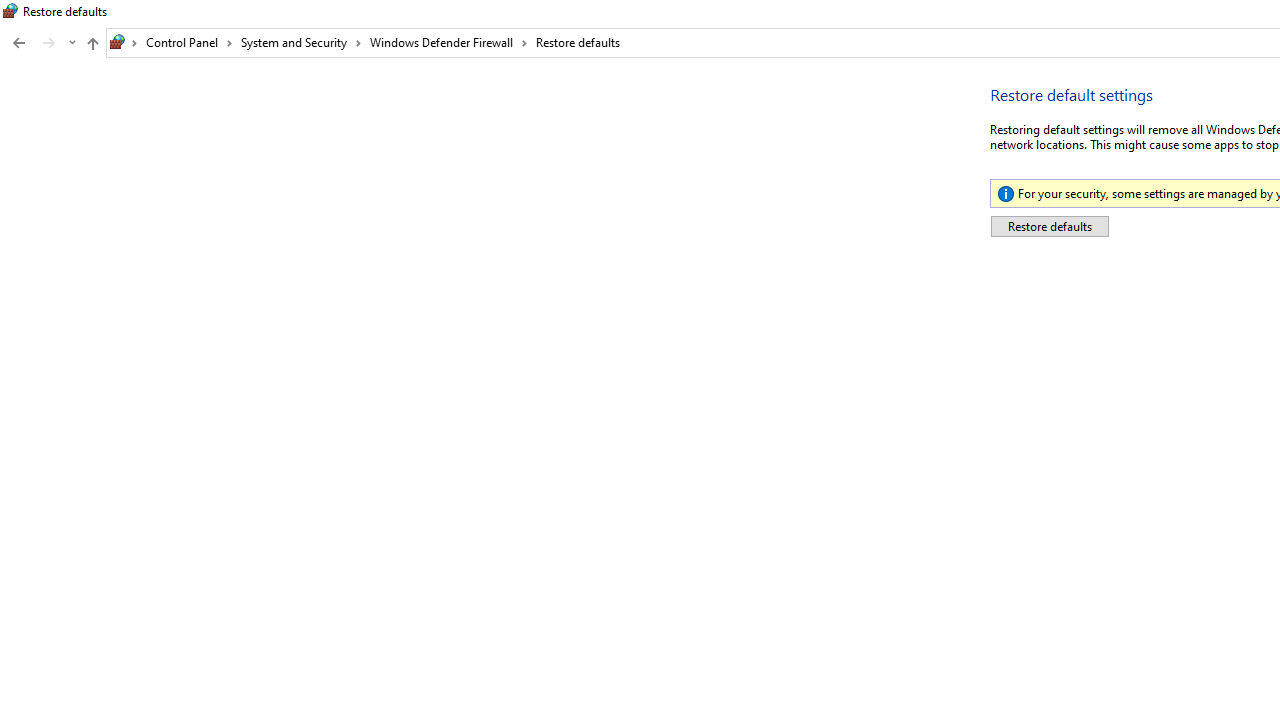 The width and height of the screenshot is (1280, 720). What do you see at coordinates (19, 43) in the screenshot?
I see `'Back to Windows Defender Firewall (Alt + Left Arrow)'` at bounding box center [19, 43].